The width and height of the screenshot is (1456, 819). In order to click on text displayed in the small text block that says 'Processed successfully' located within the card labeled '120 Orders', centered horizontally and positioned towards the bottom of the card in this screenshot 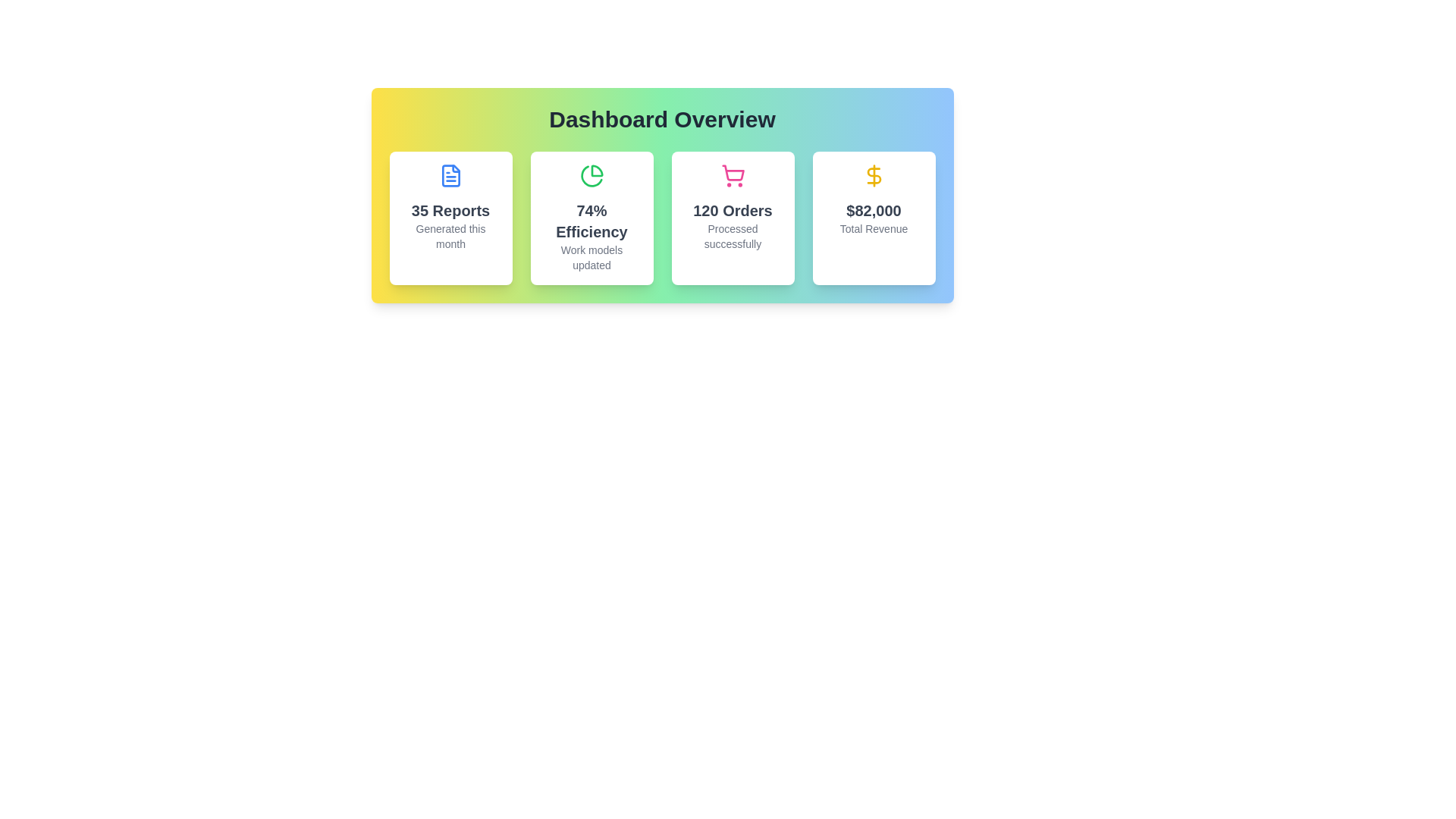, I will do `click(733, 237)`.